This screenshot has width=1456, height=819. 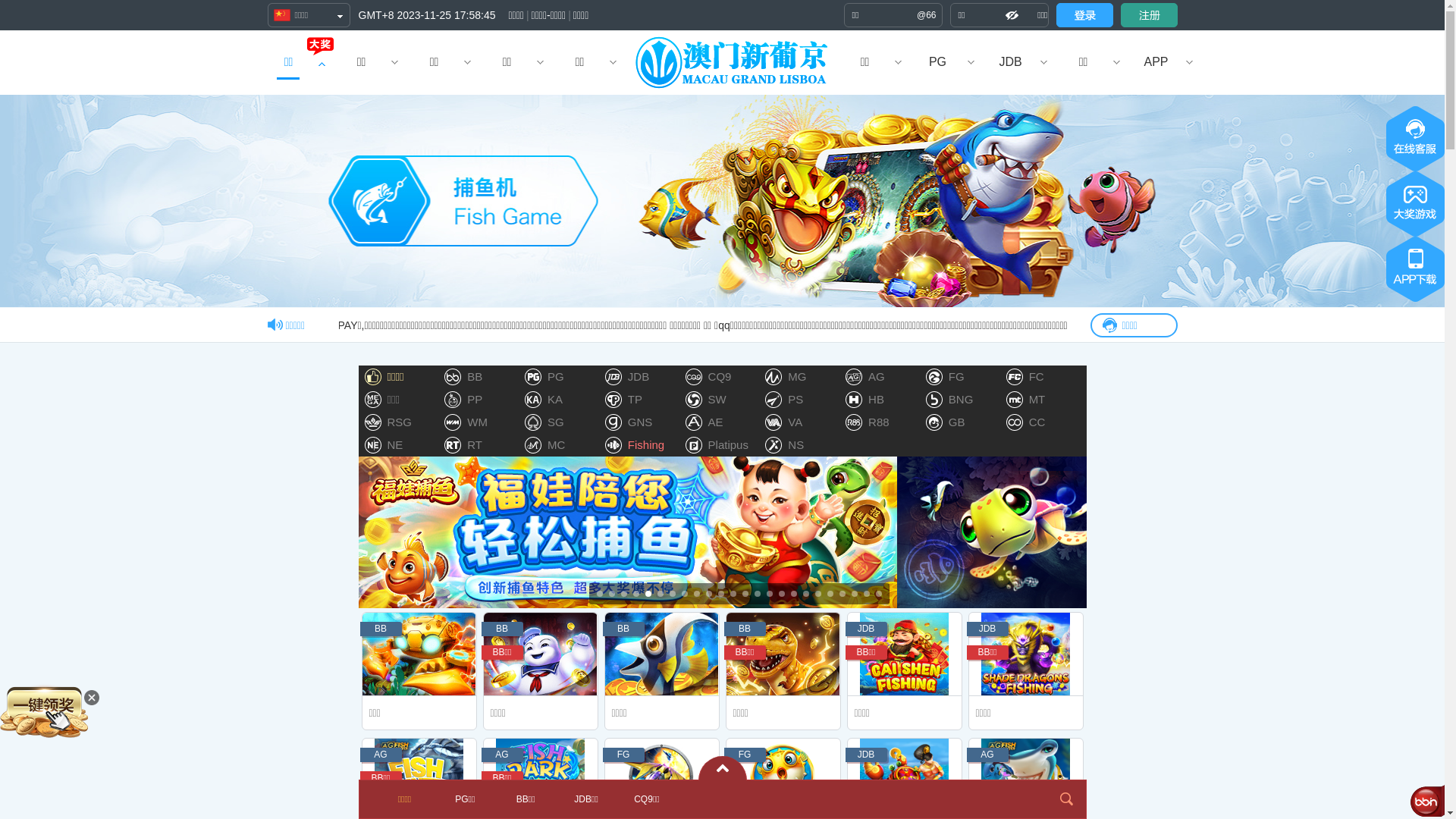 What do you see at coordinates (1009, 61) in the screenshot?
I see `'JDB'` at bounding box center [1009, 61].